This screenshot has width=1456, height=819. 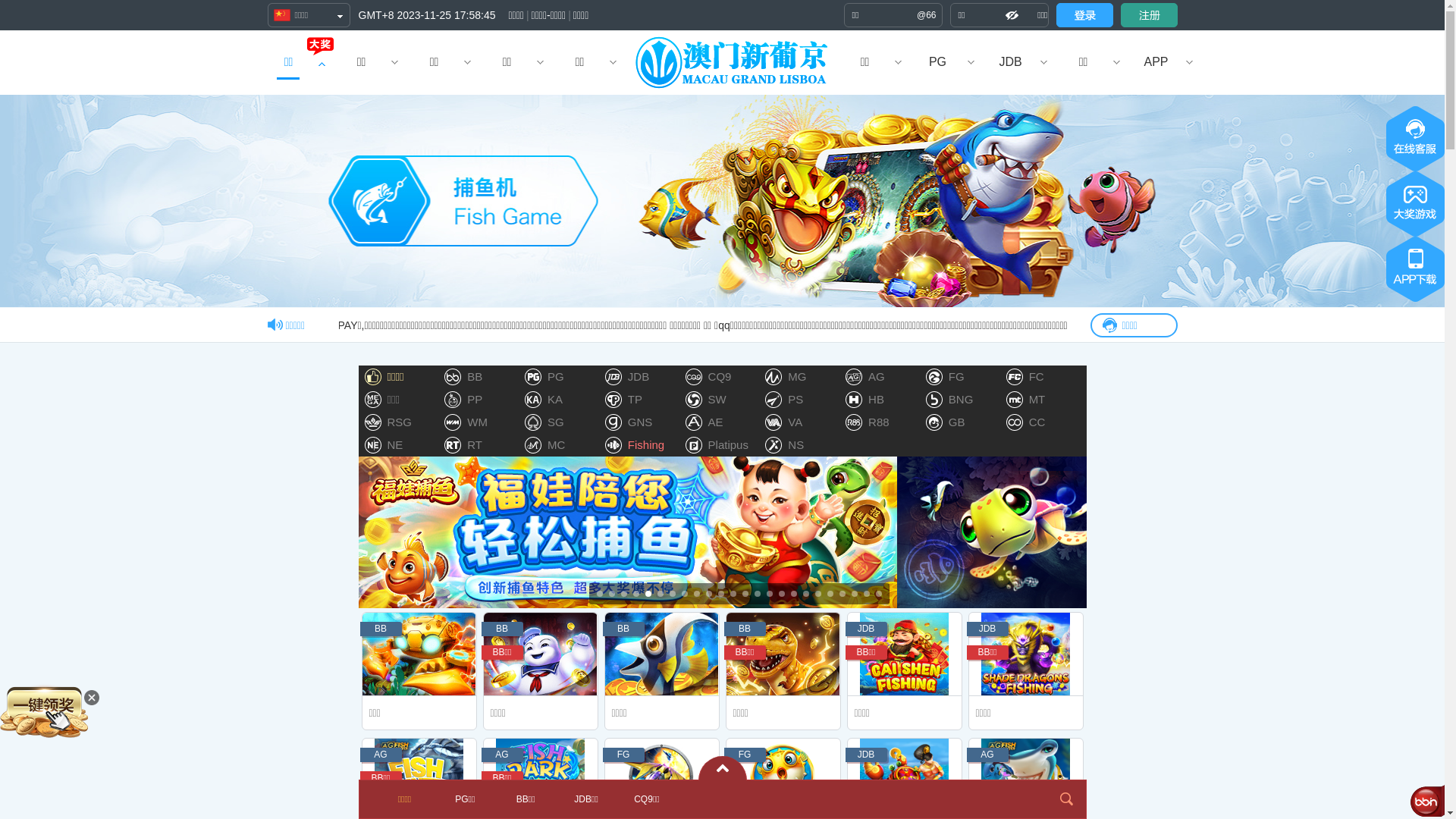 What do you see at coordinates (1009, 61) in the screenshot?
I see `'JDB'` at bounding box center [1009, 61].